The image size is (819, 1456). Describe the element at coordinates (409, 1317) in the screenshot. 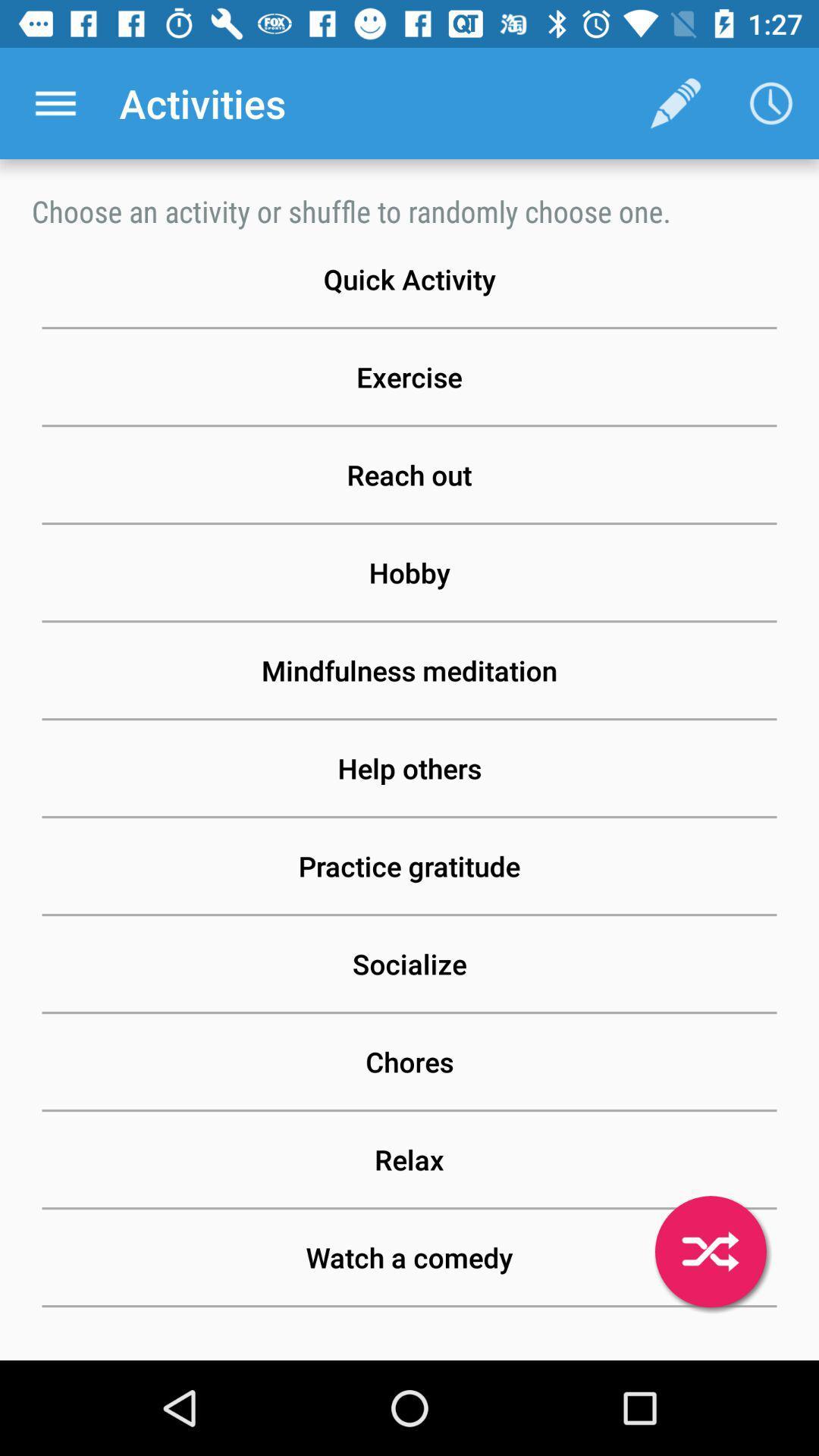

I see `the read a book icon` at that location.